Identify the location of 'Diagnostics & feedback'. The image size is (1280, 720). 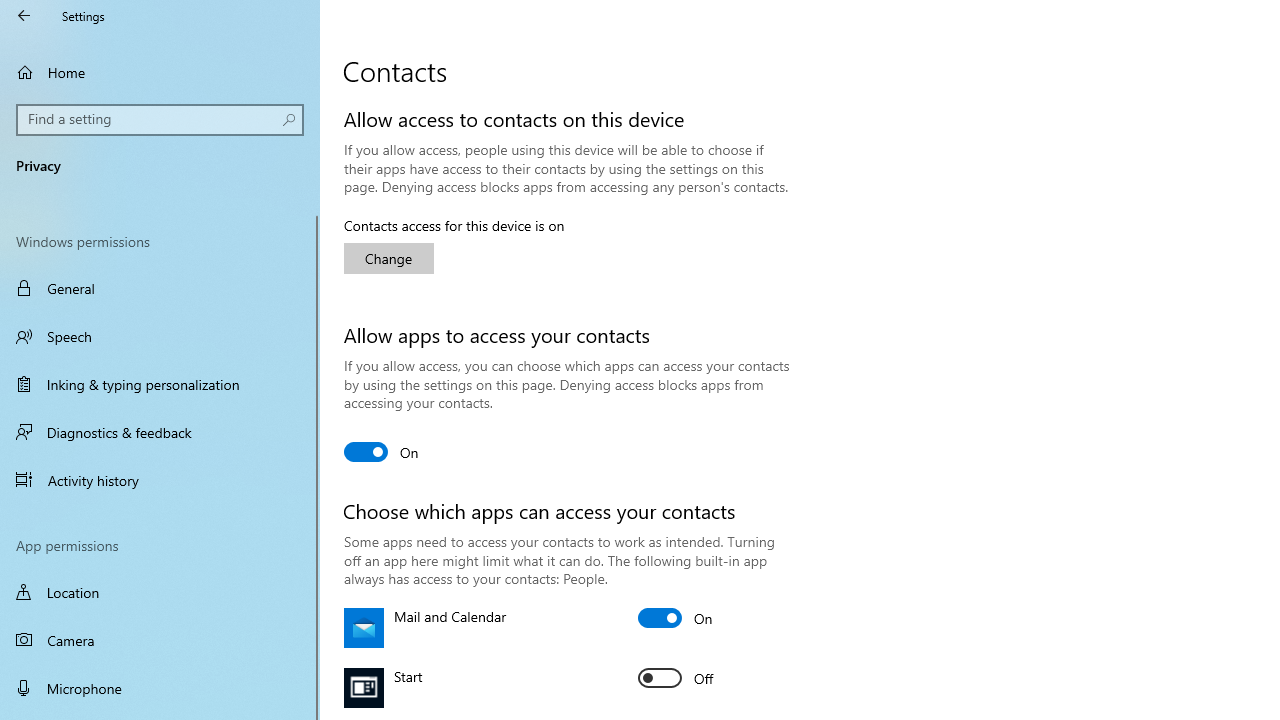
(160, 431).